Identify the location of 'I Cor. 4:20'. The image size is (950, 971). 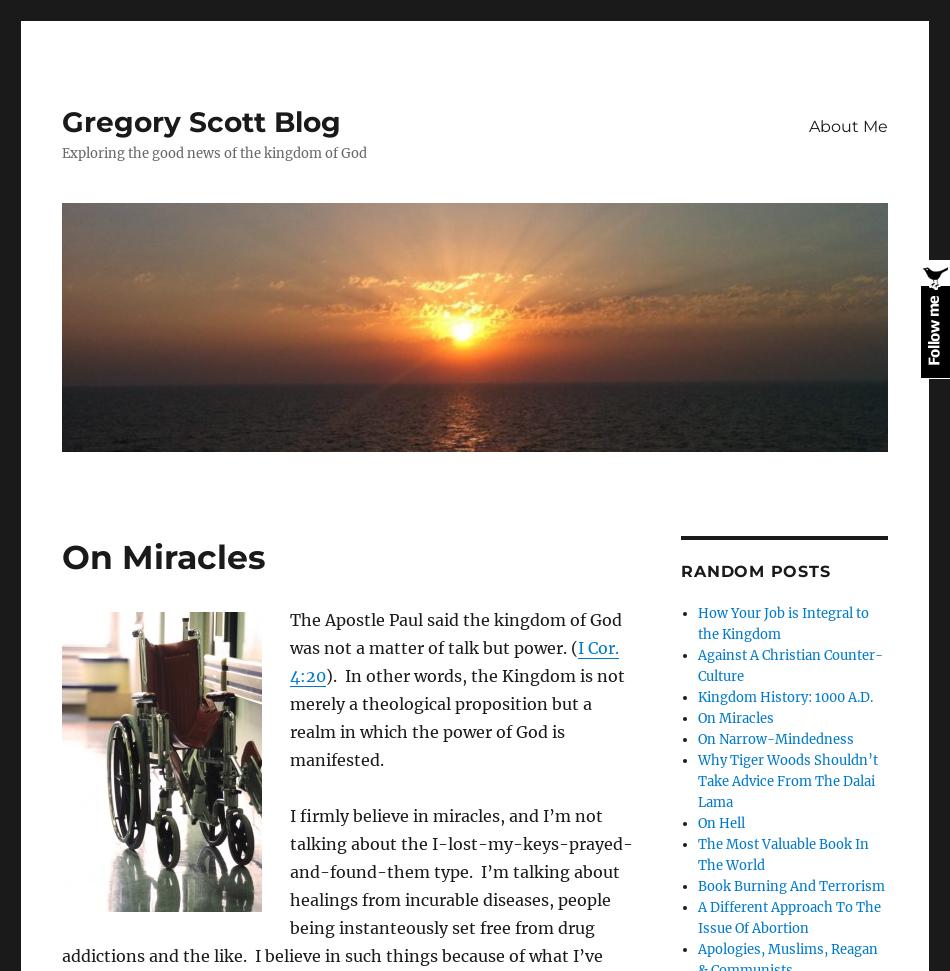
(453, 662).